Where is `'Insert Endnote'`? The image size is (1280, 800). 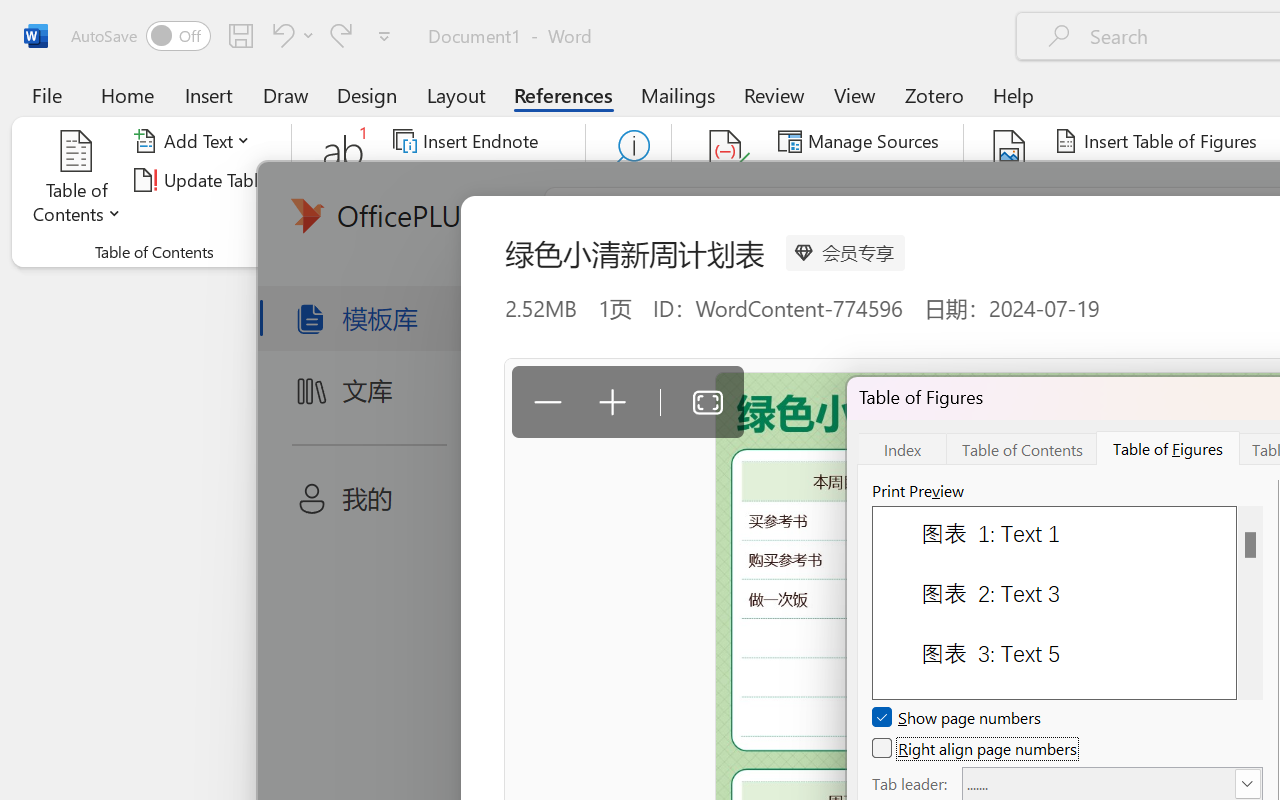
'Insert Endnote' is located at coordinates (467, 141).